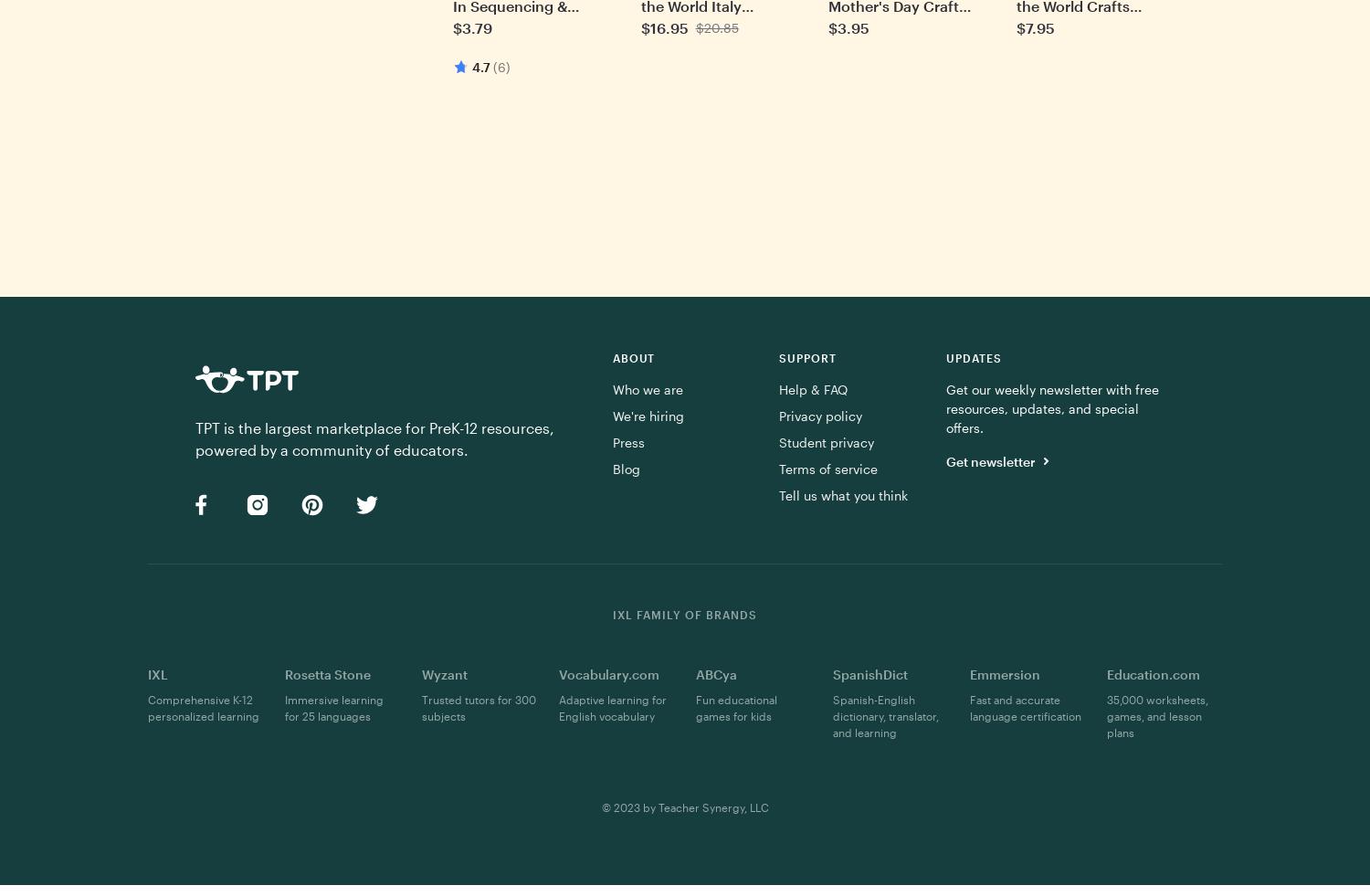  Describe the element at coordinates (480, 65) in the screenshot. I see `'4.7'` at that location.